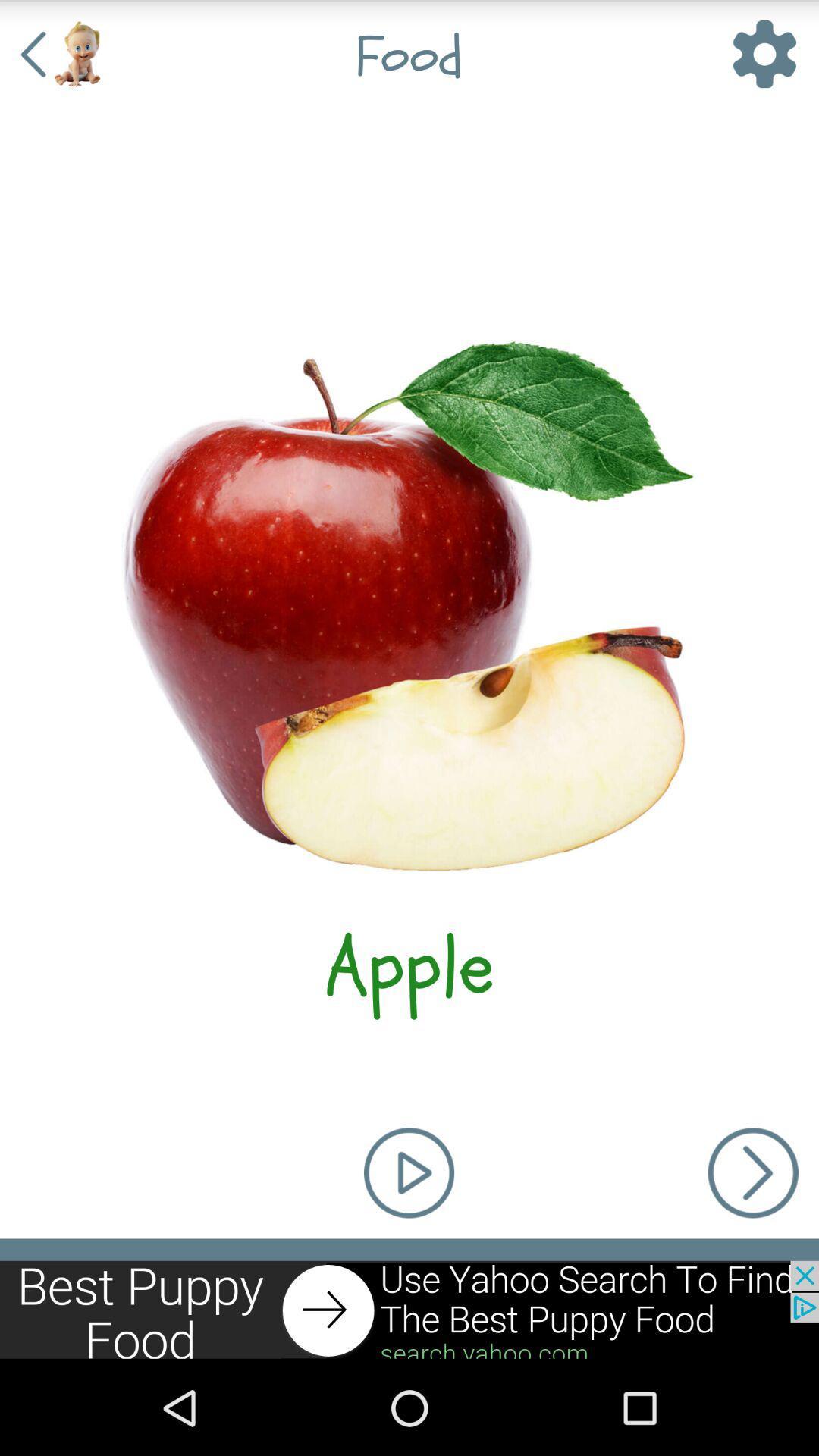 The width and height of the screenshot is (819, 1456). I want to click on move, so click(409, 1310).